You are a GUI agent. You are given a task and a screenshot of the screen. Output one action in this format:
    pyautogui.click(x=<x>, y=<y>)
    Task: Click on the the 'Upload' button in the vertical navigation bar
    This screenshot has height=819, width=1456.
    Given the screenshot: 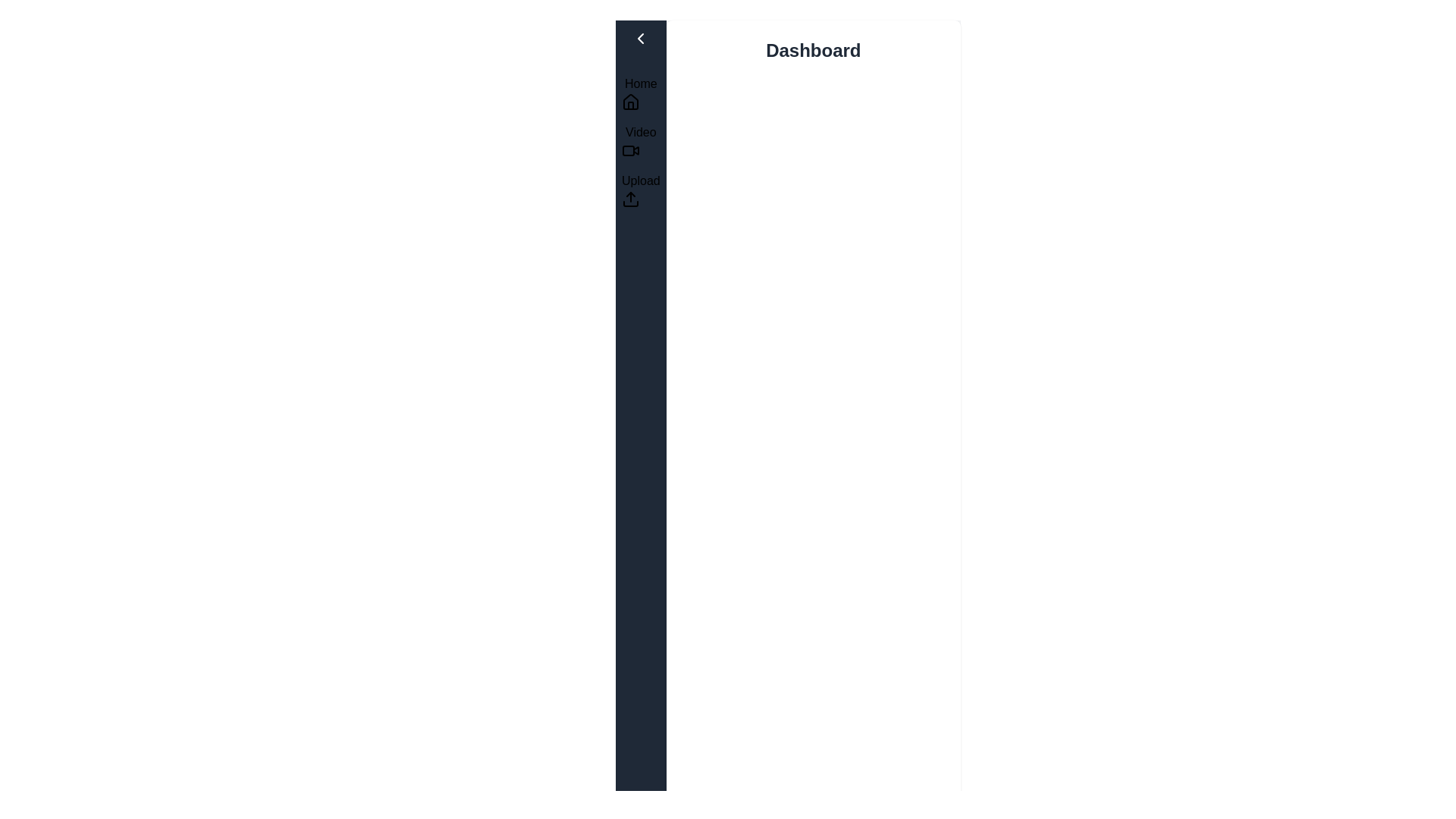 What is the action you would take?
    pyautogui.click(x=641, y=189)
    